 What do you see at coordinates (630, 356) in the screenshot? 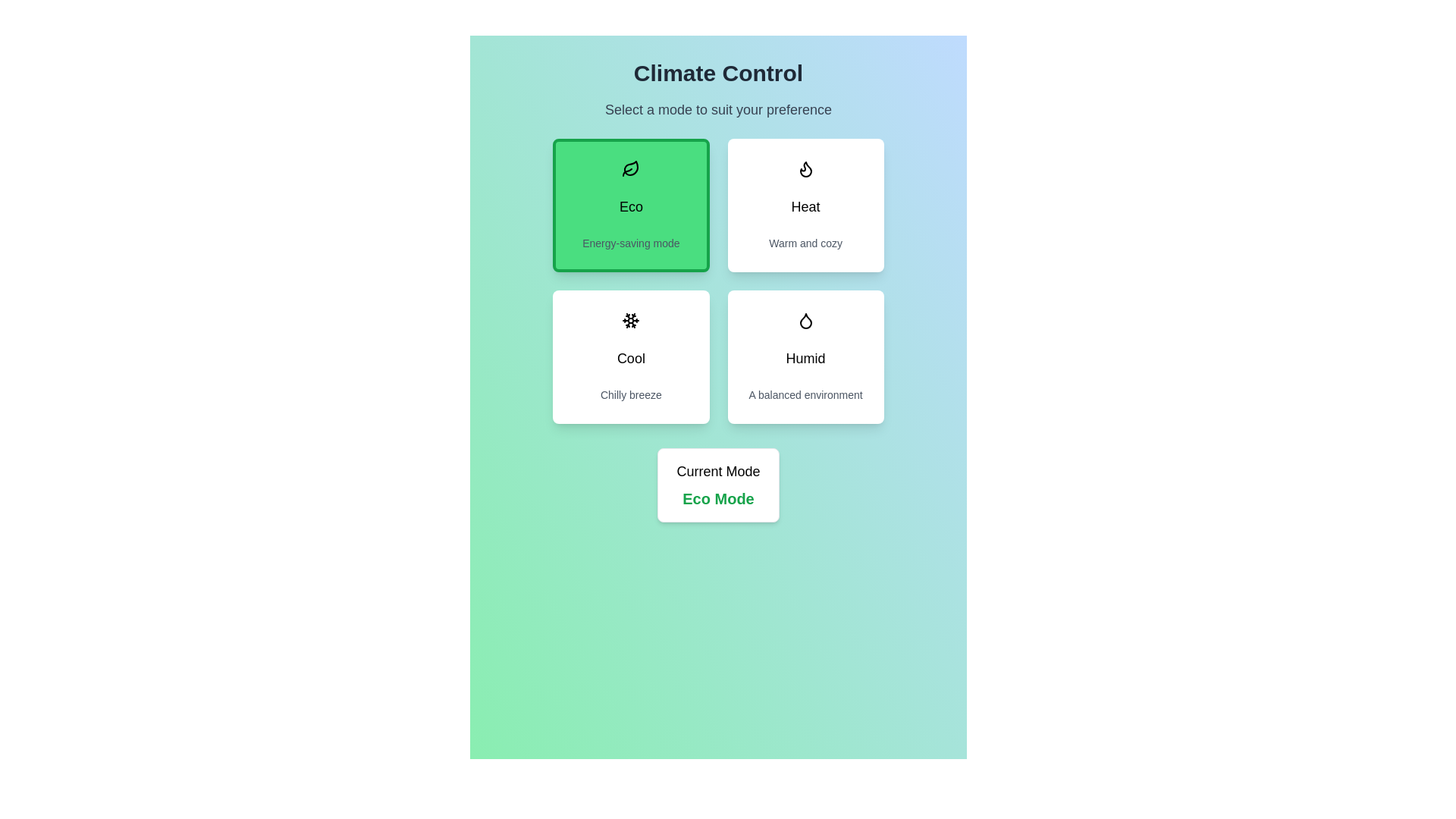
I see `the mode Cool by clicking on the respective button` at bounding box center [630, 356].